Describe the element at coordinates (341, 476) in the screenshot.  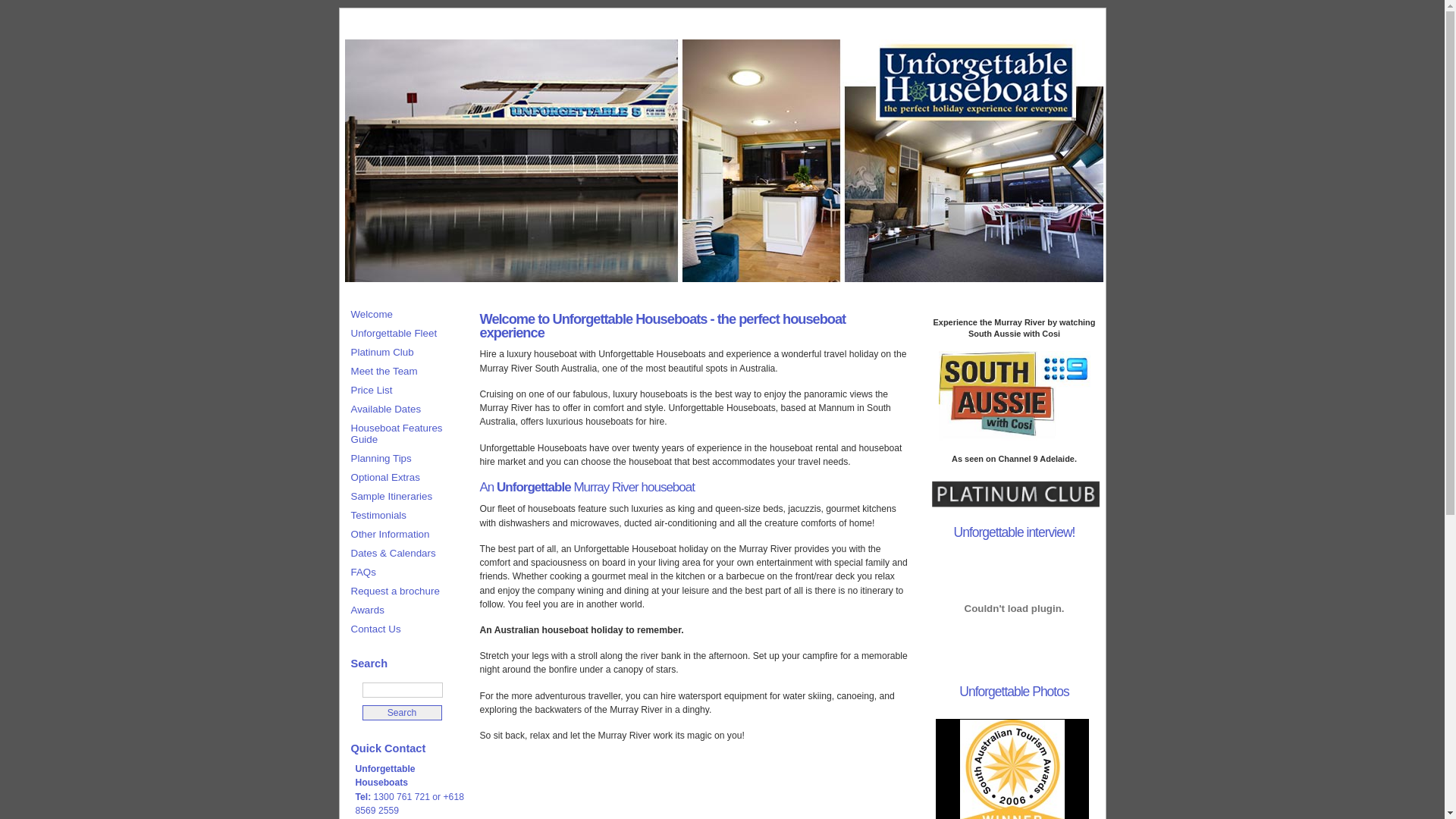
I see `'Optional Extras'` at that location.